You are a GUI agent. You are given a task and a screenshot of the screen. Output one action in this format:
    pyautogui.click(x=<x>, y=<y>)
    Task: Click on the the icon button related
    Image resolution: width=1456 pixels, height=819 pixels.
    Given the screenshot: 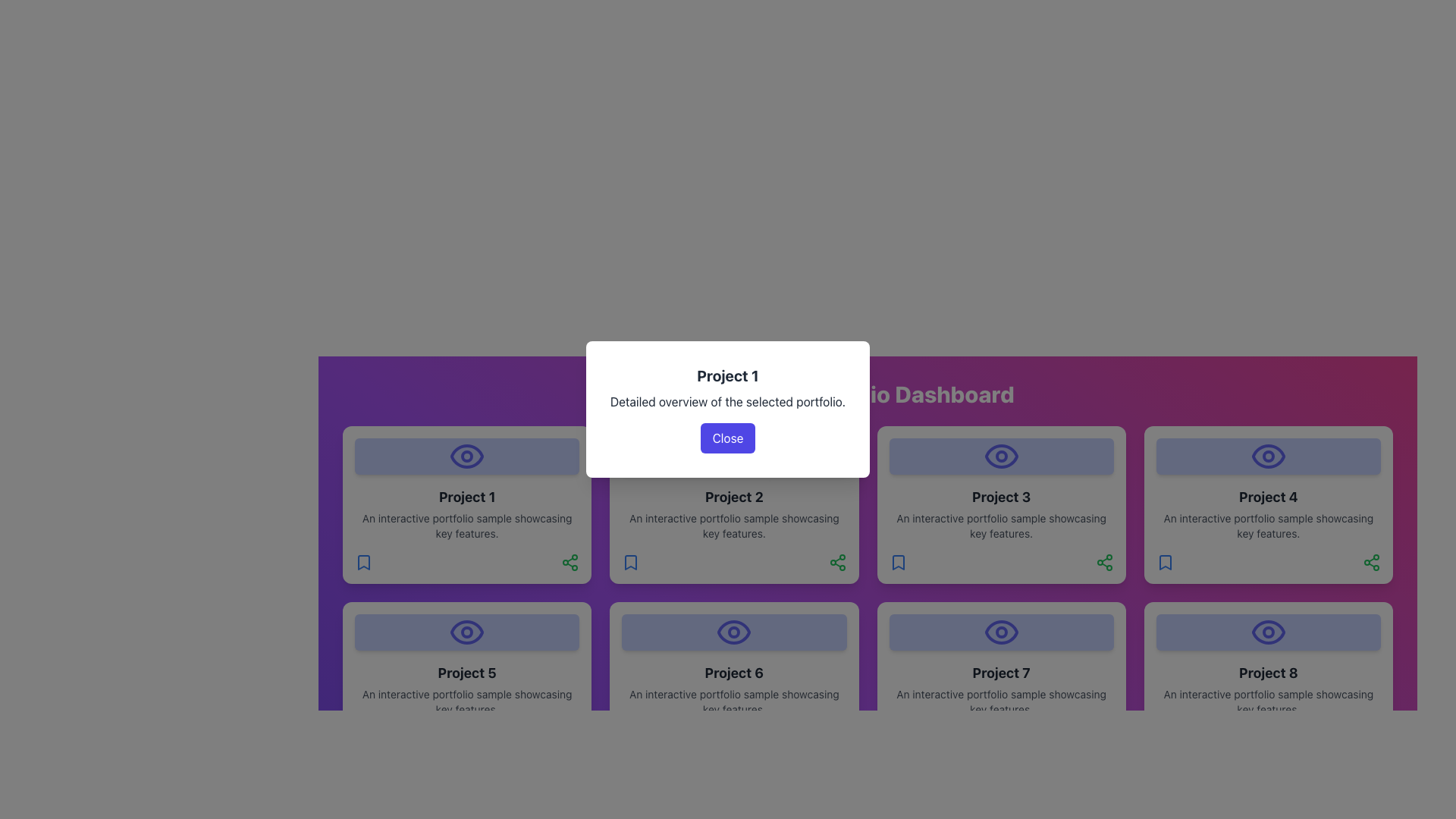 What is the action you would take?
    pyautogui.click(x=1268, y=632)
    